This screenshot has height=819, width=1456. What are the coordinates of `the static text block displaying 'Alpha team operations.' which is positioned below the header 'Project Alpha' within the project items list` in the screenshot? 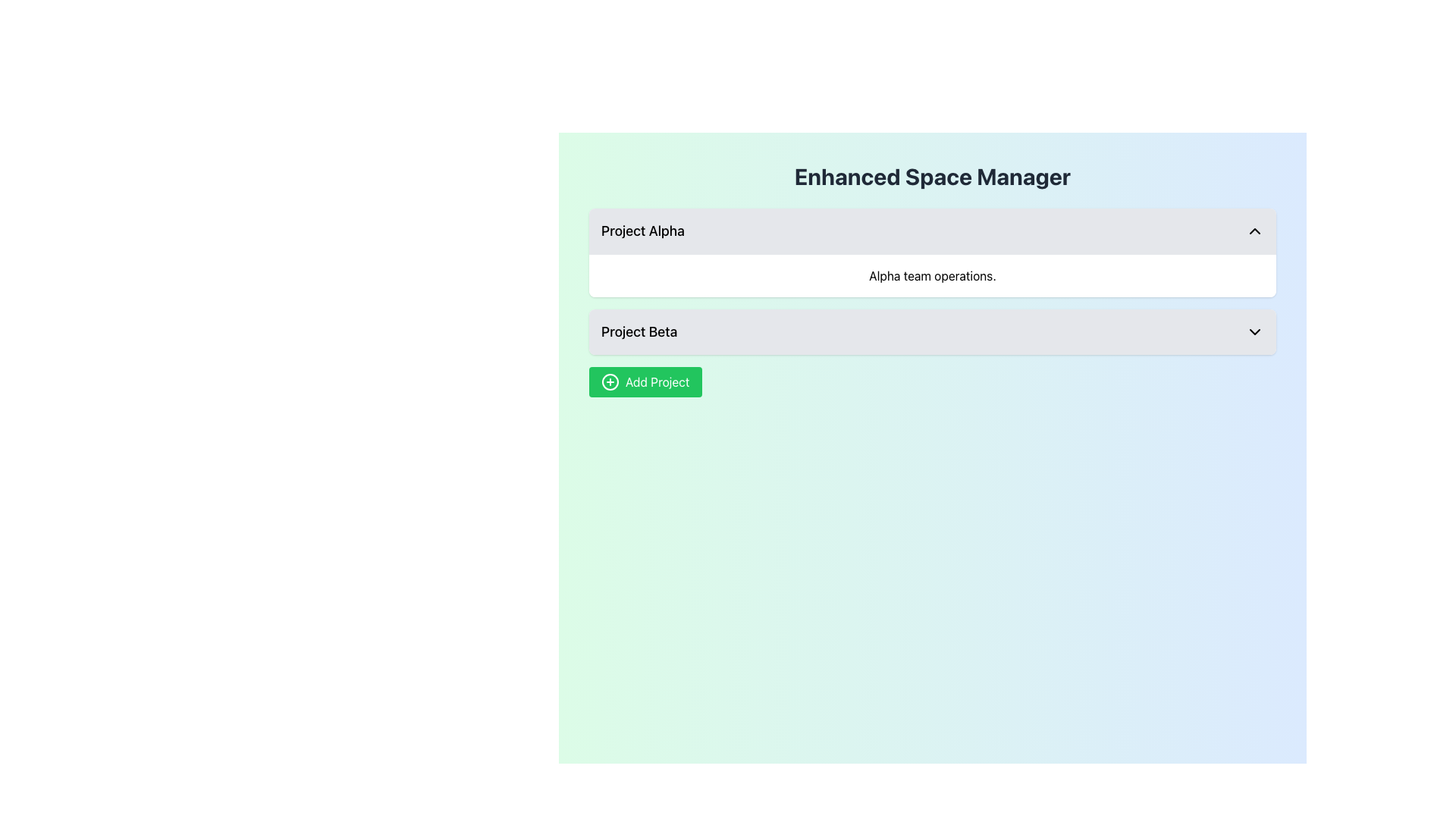 It's located at (931, 275).